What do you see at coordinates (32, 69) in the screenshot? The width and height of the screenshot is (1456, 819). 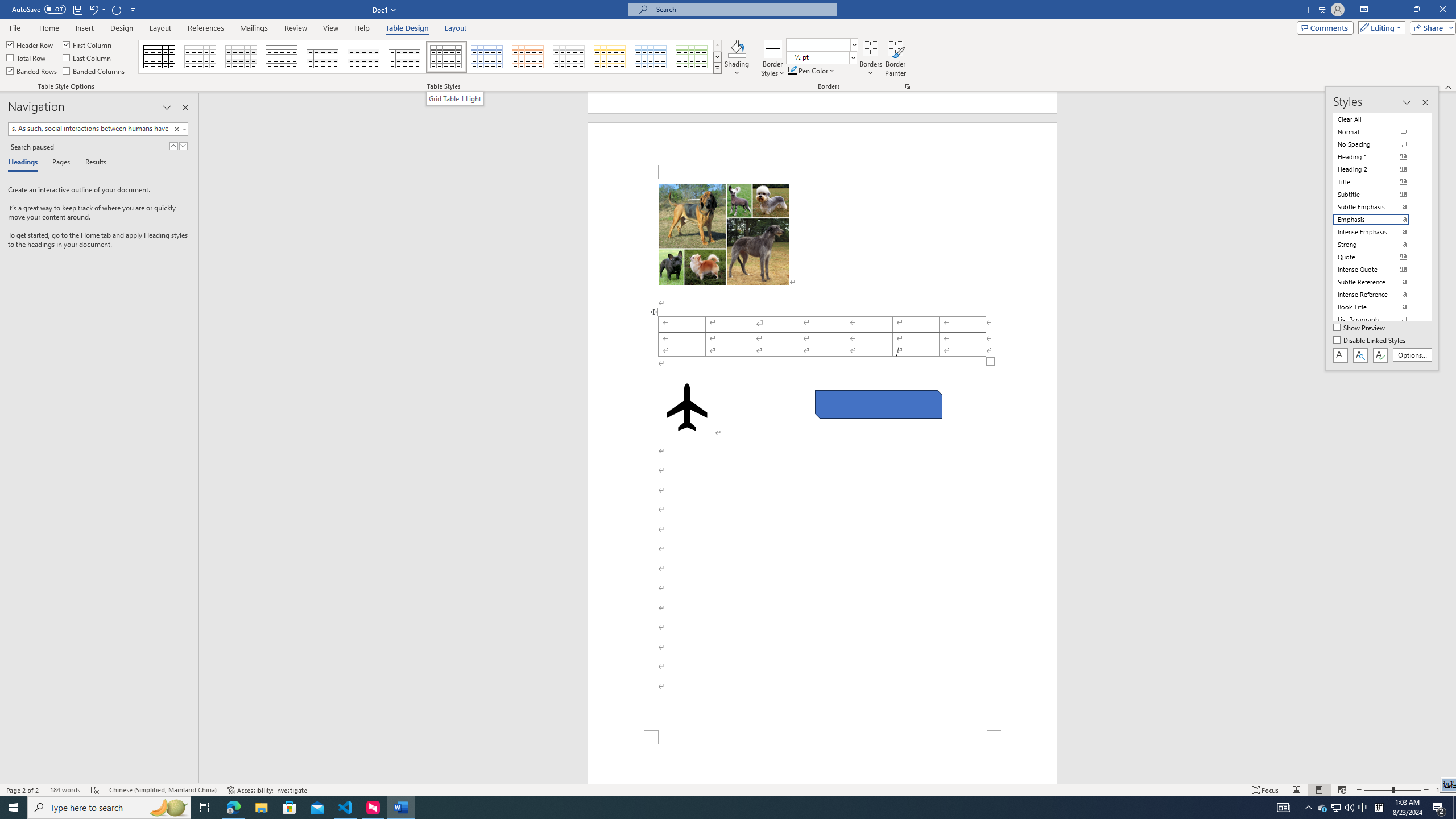 I see `'Banded Rows'` at bounding box center [32, 69].